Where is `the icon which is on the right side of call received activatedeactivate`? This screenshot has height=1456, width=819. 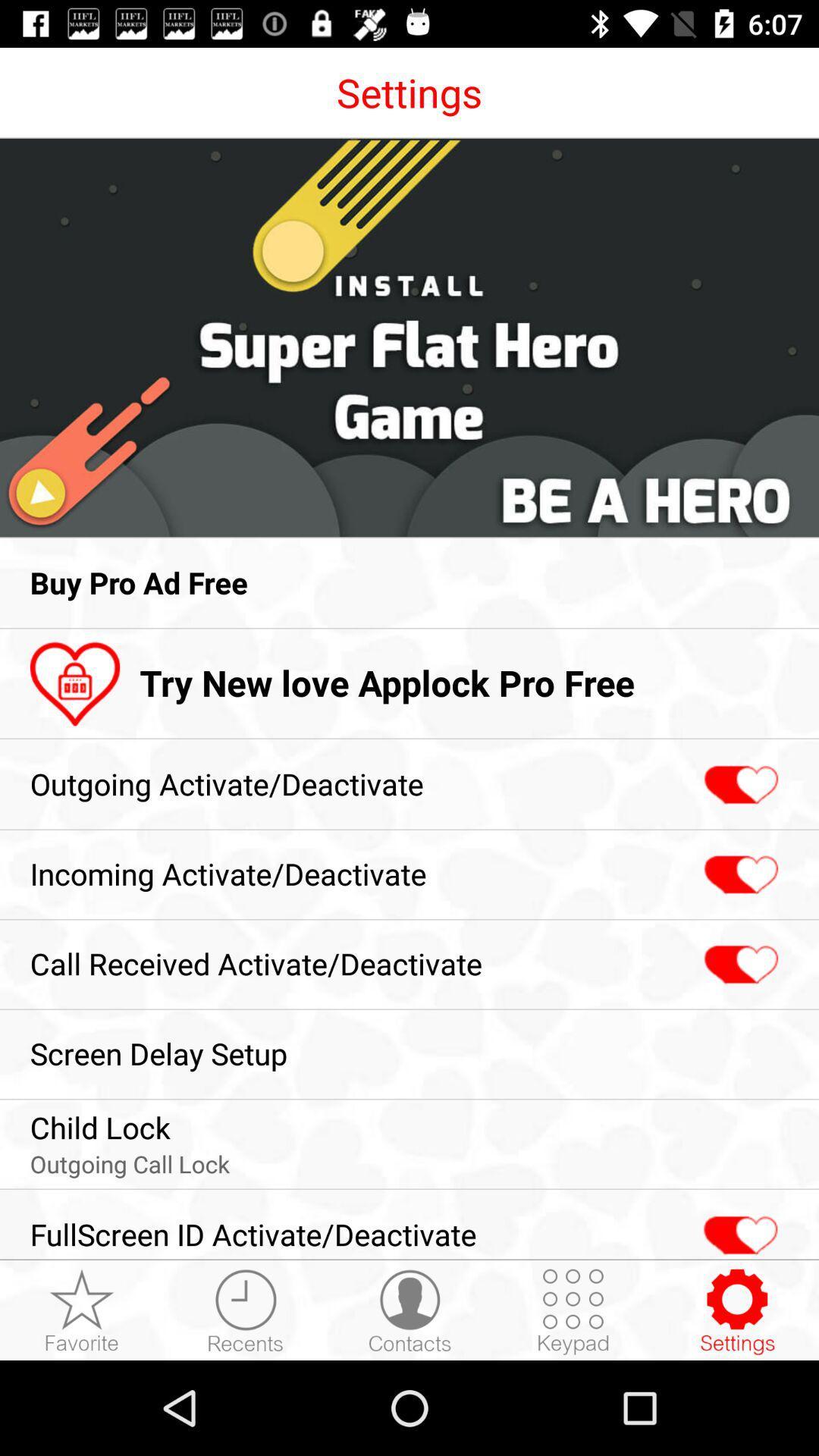 the icon which is on the right side of call received activatedeactivate is located at coordinates (739, 964).